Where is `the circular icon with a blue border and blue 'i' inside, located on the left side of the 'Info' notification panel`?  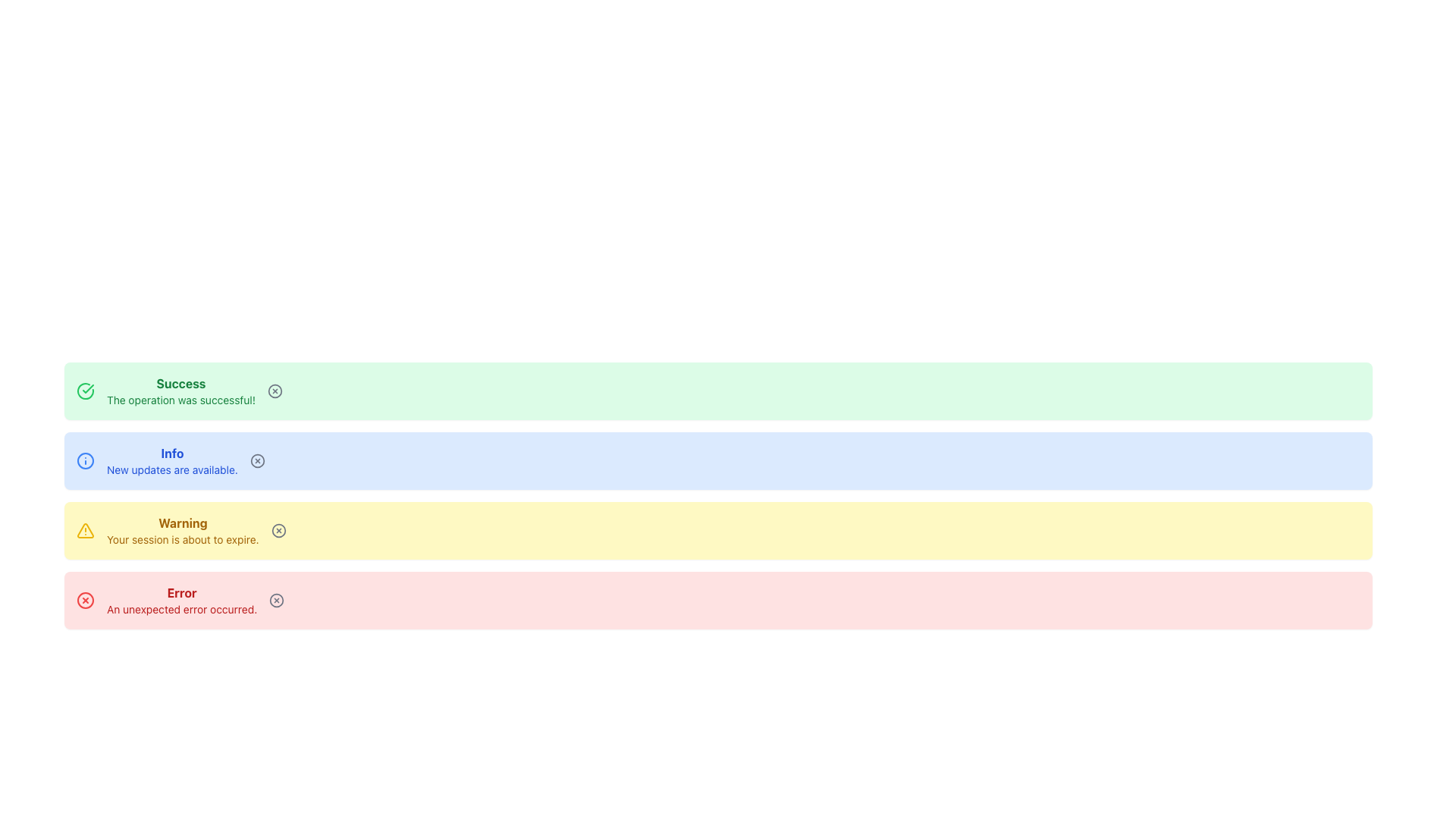
the circular icon with a blue border and blue 'i' inside, located on the left side of the 'Info' notification panel is located at coordinates (85, 460).